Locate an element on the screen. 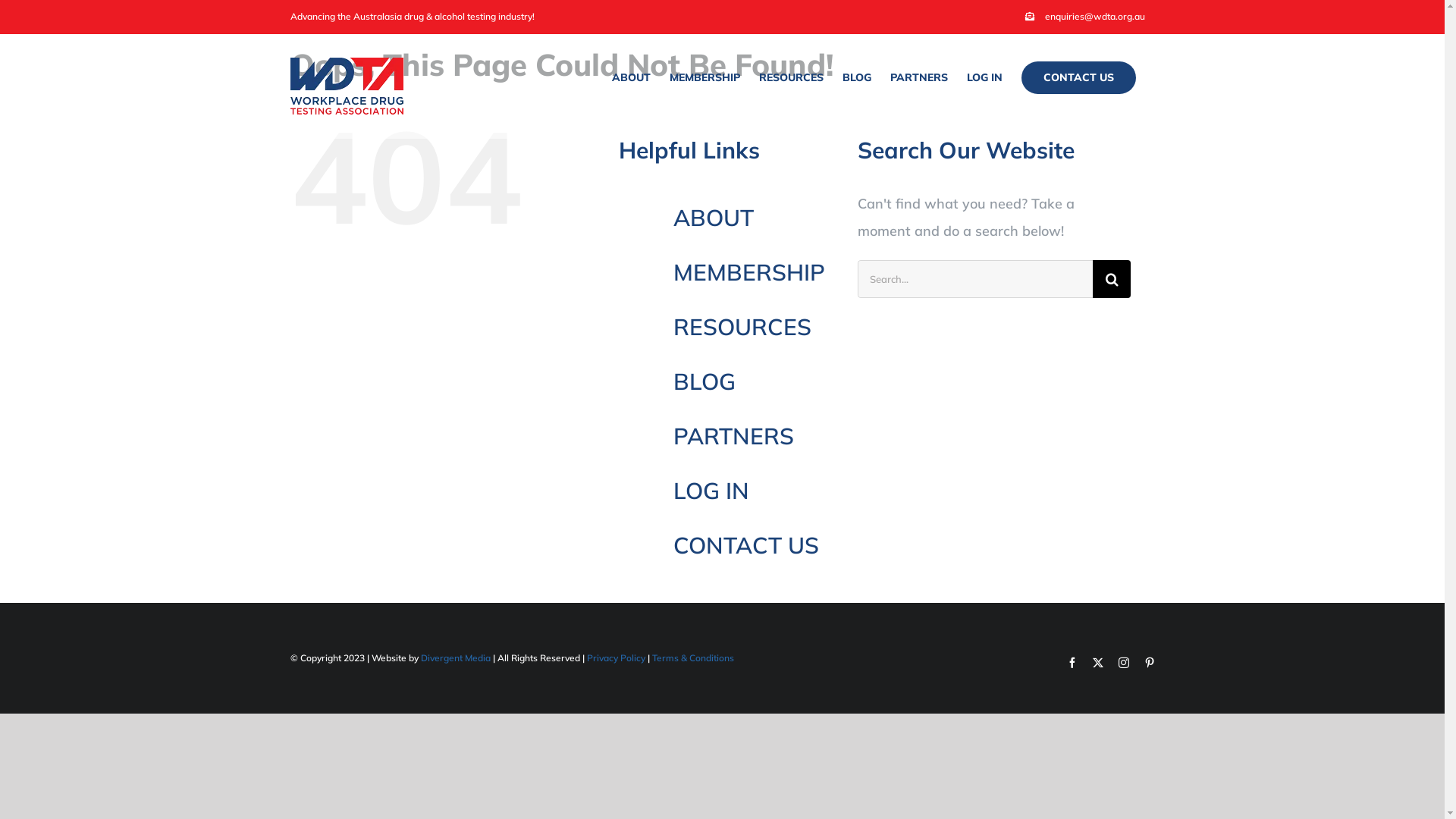 The image size is (1456, 819). 'MEMBERSHIP' is located at coordinates (668, 77).